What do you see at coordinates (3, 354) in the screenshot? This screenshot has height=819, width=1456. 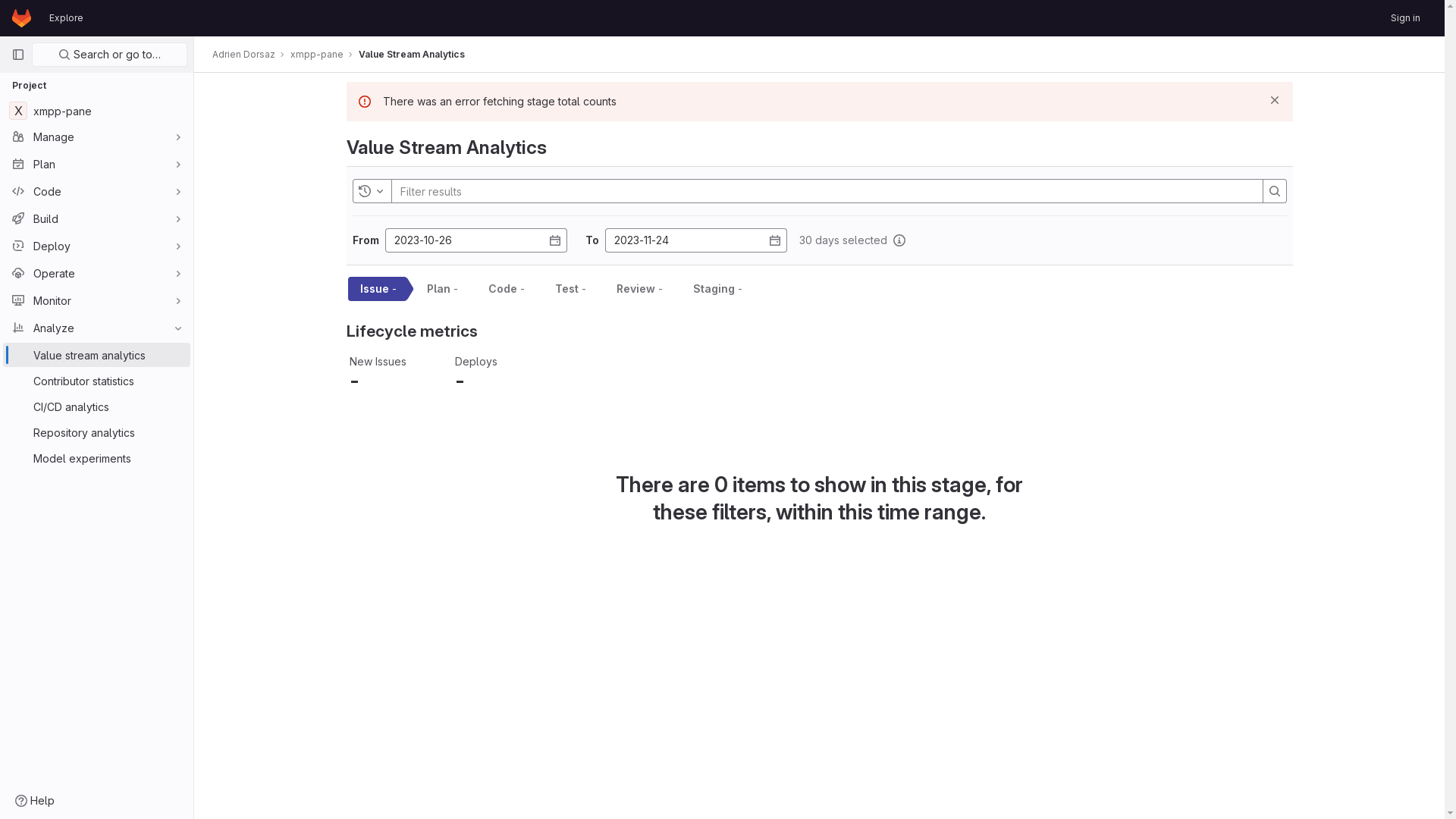 I see `'Value stream analytics'` at bounding box center [3, 354].